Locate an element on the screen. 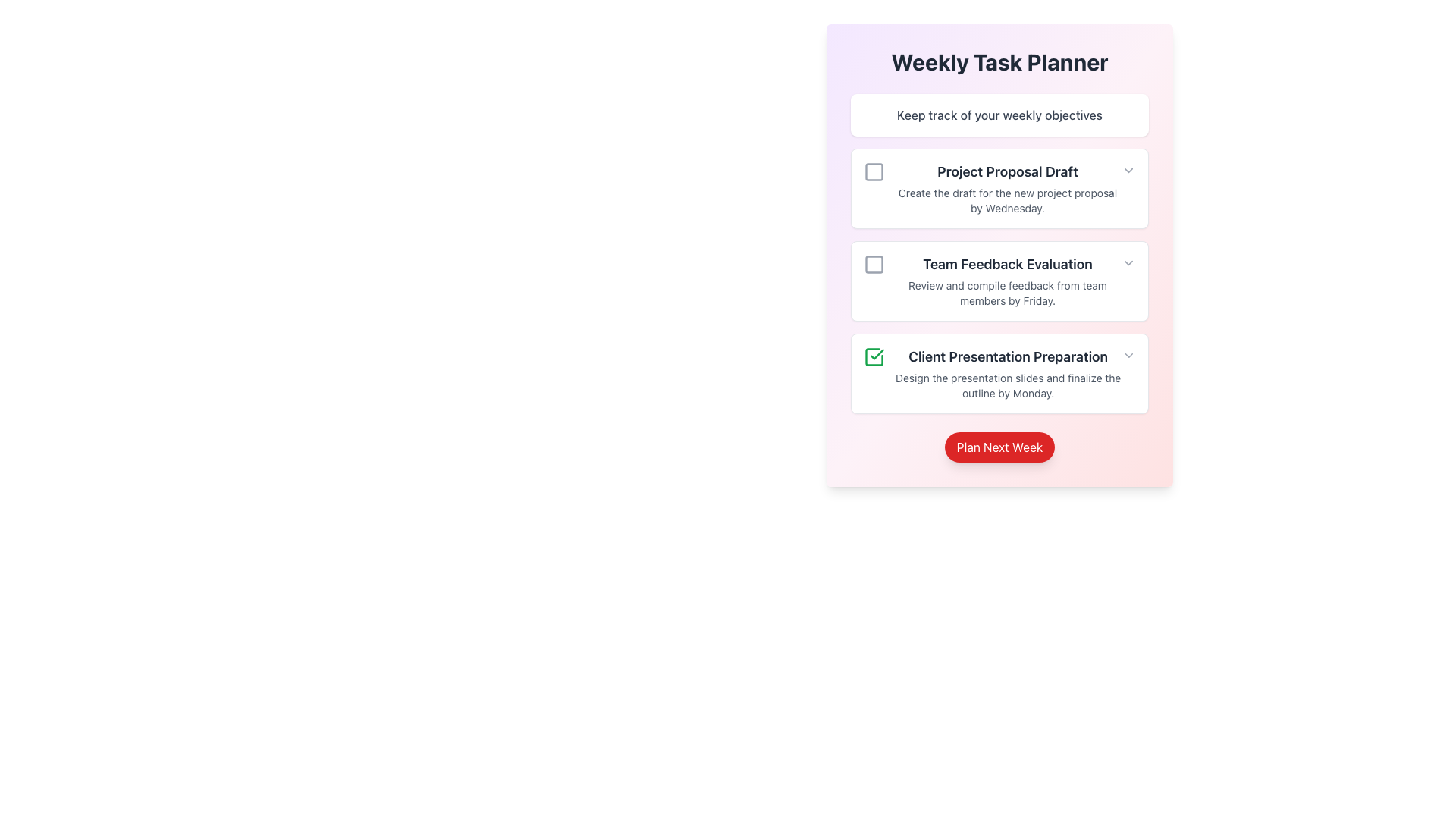 This screenshot has width=1456, height=819. the header text 'Team Feedback Evaluation', which is styled in a large, bold font and positioned above the description text in a dark gray color is located at coordinates (1008, 263).